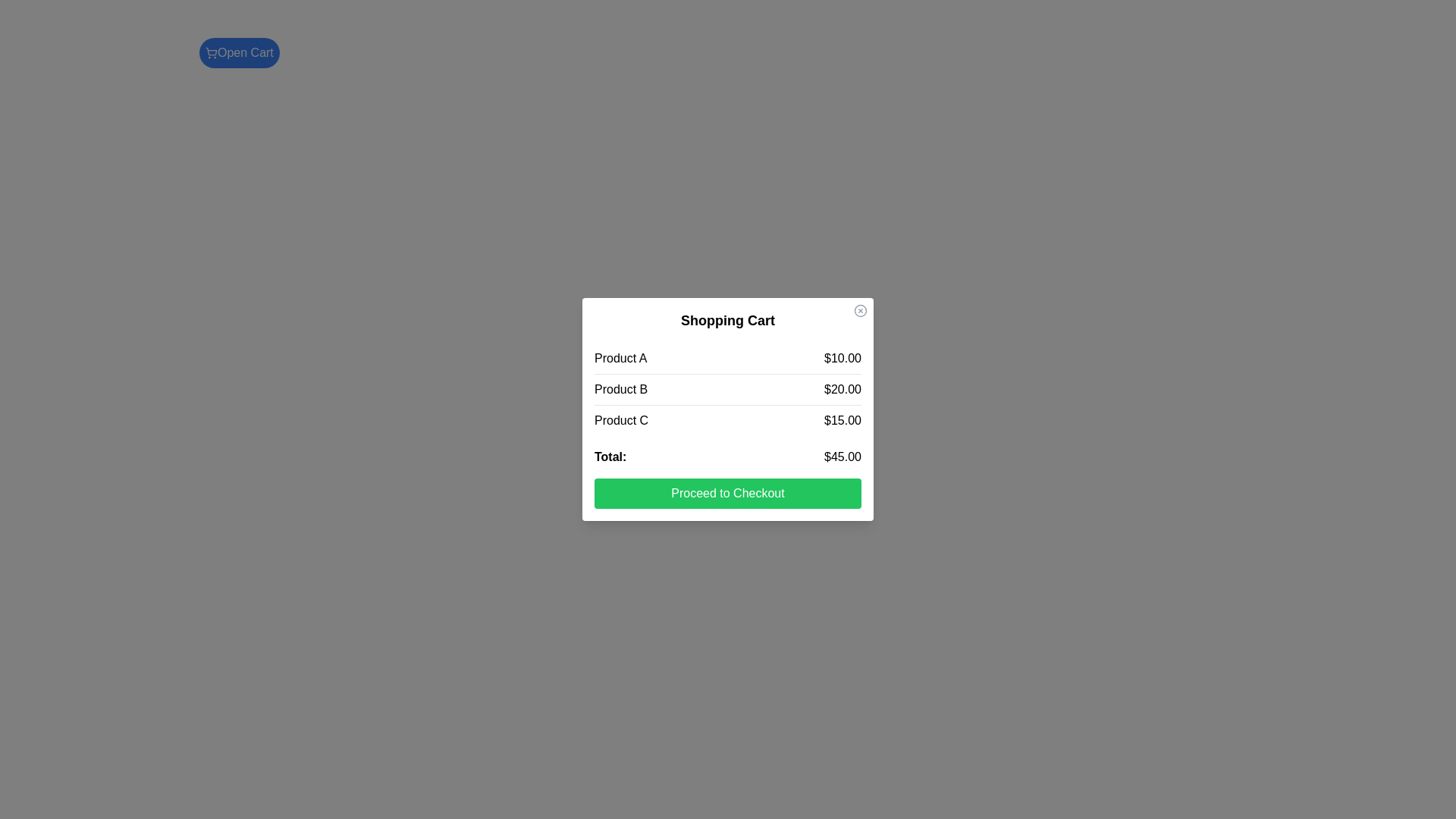 Image resolution: width=1456 pixels, height=819 pixels. I want to click on the total price label in the shopping cart summary section, located at the bottom-right corner next to the 'Total:' text, so click(842, 456).